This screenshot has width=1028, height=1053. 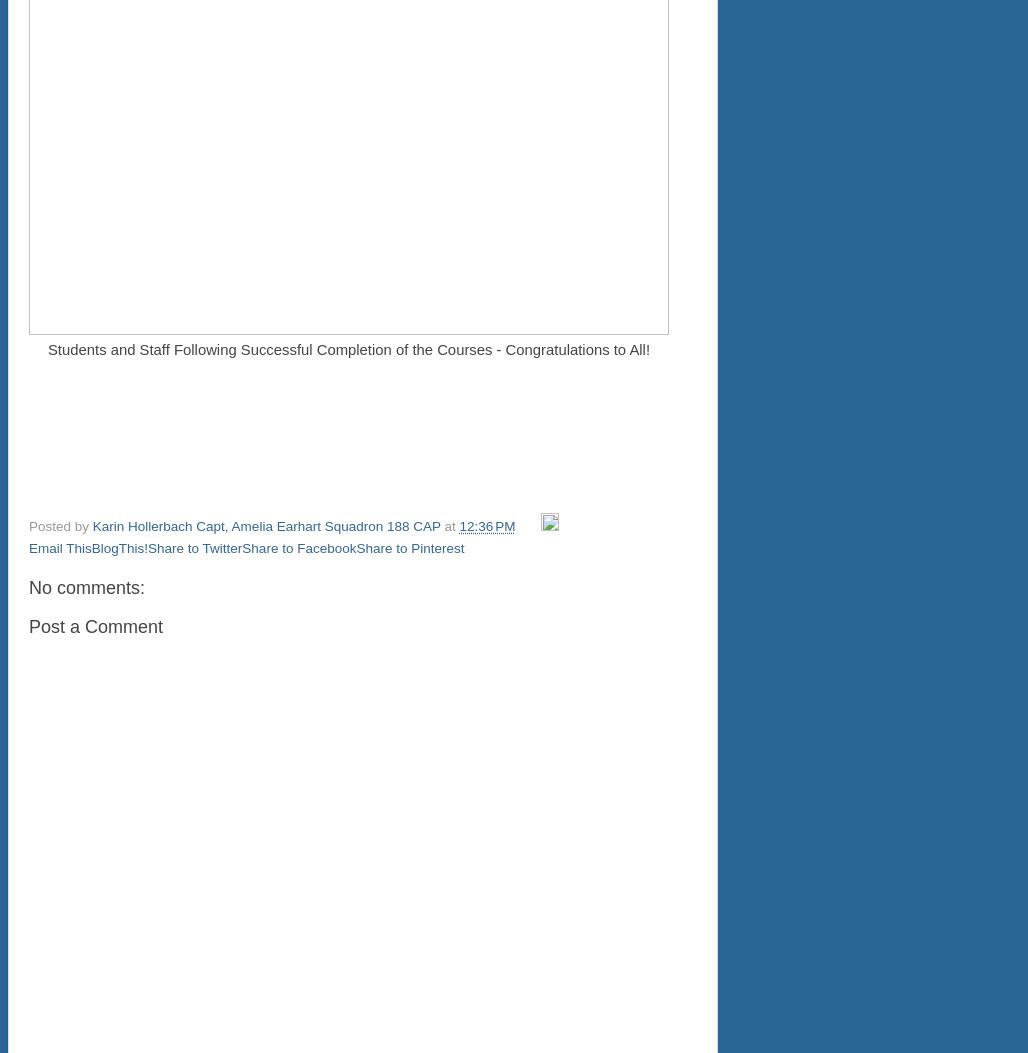 What do you see at coordinates (60, 547) in the screenshot?
I see `'Email This'` at bounding box center [60, 547].